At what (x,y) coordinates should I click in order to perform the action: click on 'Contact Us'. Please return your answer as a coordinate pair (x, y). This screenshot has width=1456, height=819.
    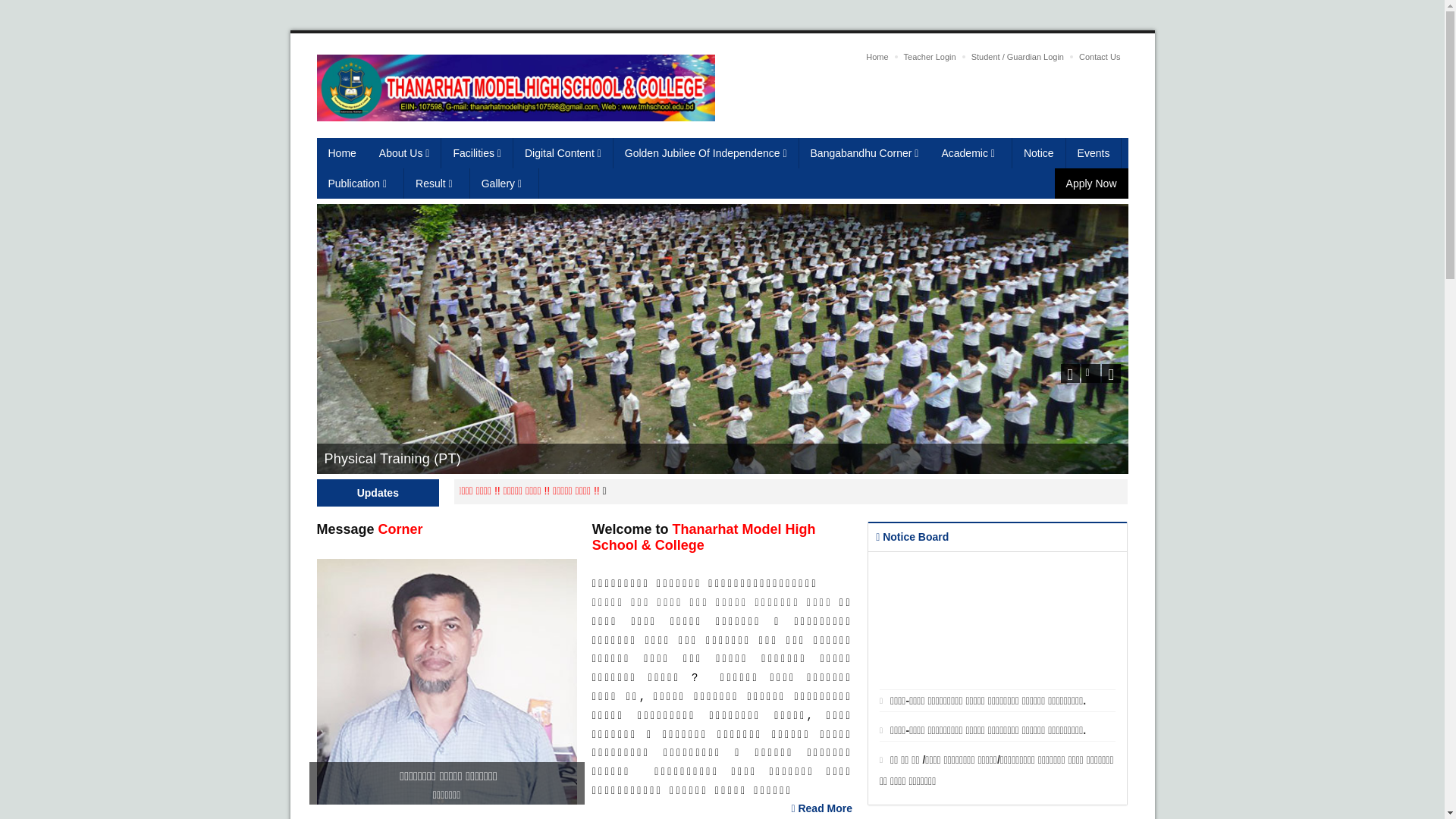
    Looking at the image, I should click on (1070, 55).